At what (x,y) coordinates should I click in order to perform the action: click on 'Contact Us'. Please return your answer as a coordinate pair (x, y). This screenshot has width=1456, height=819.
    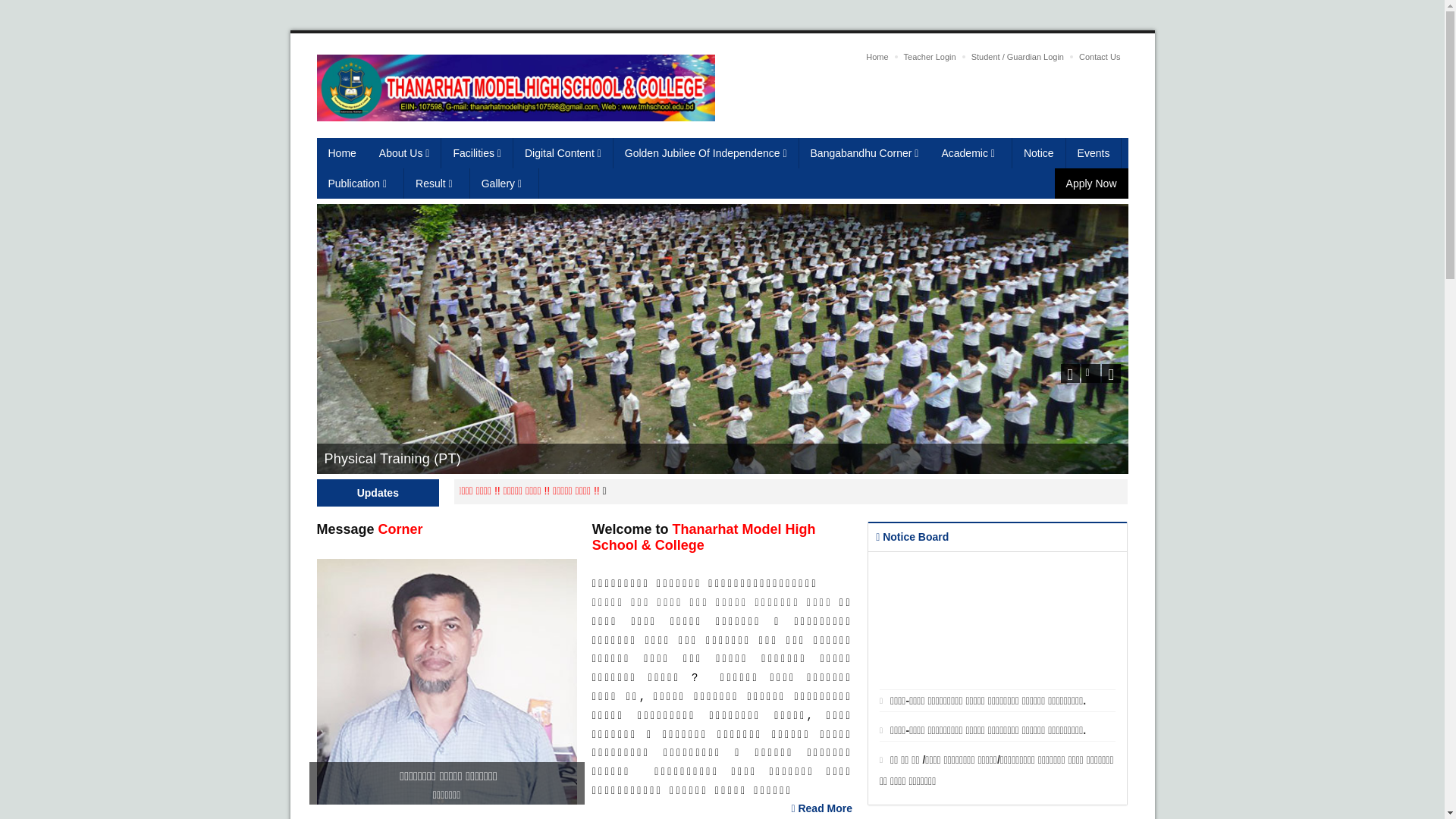
    Looking at the image, I should click on (1070, 55).